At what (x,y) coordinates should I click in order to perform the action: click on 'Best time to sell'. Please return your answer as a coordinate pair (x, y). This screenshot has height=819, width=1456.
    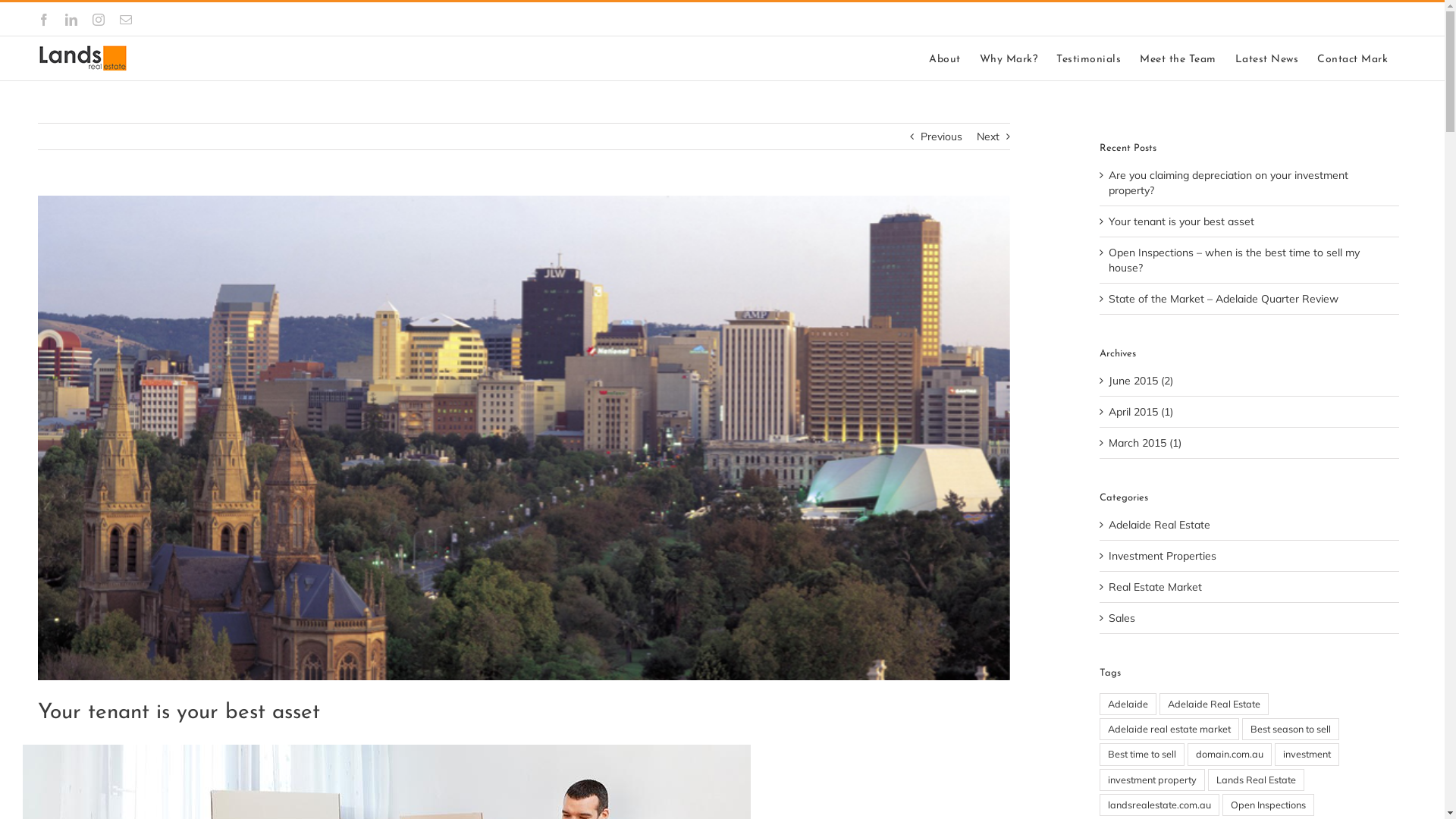
    Looking at the image, I should click on (1142, 754).